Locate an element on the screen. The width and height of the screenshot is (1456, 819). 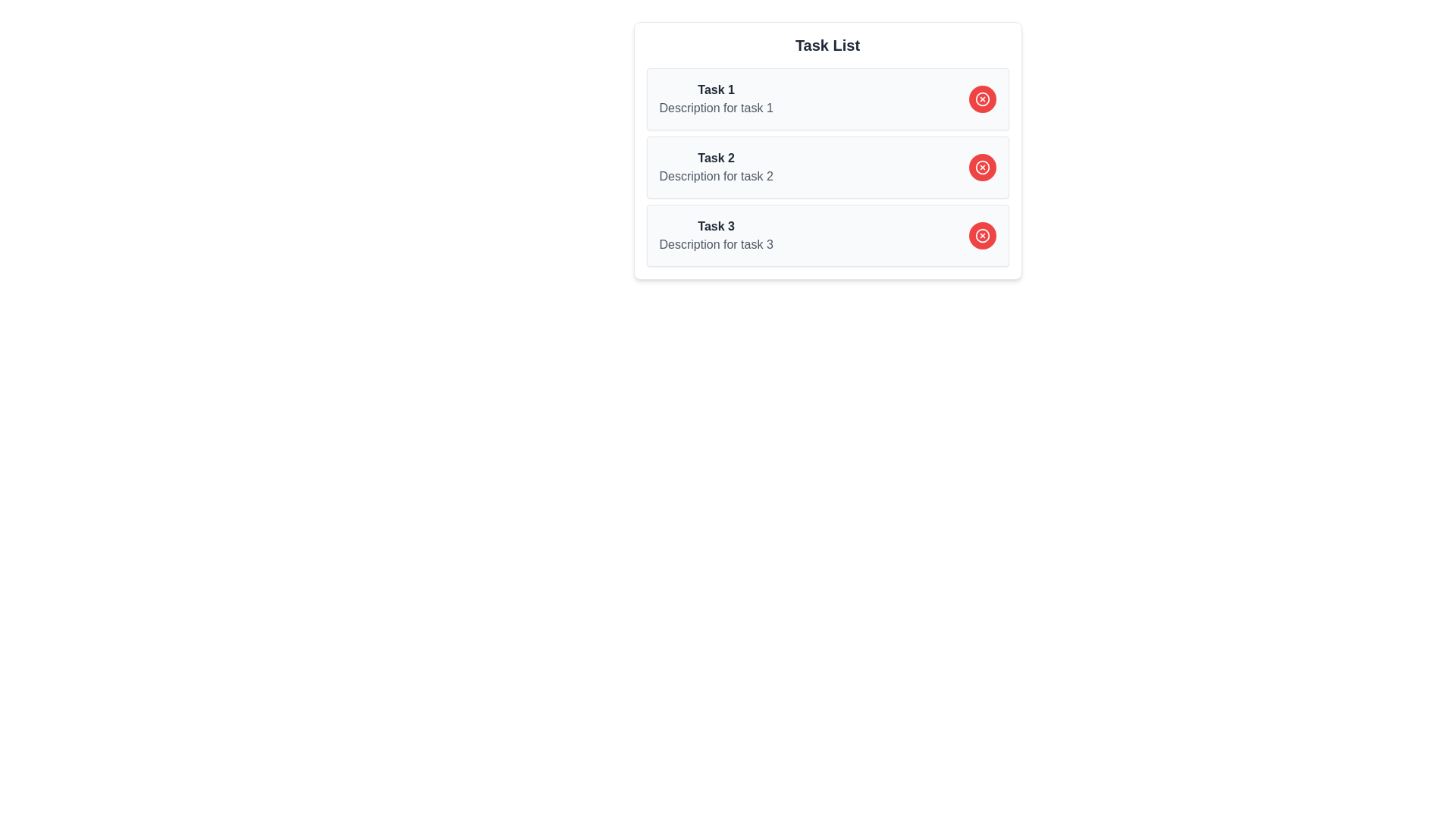
the label reading 'Description for task 3', which is located beneath the 'Task 3' label in the bottom-right quadrant of the interface is located at coordinates (715, 244).